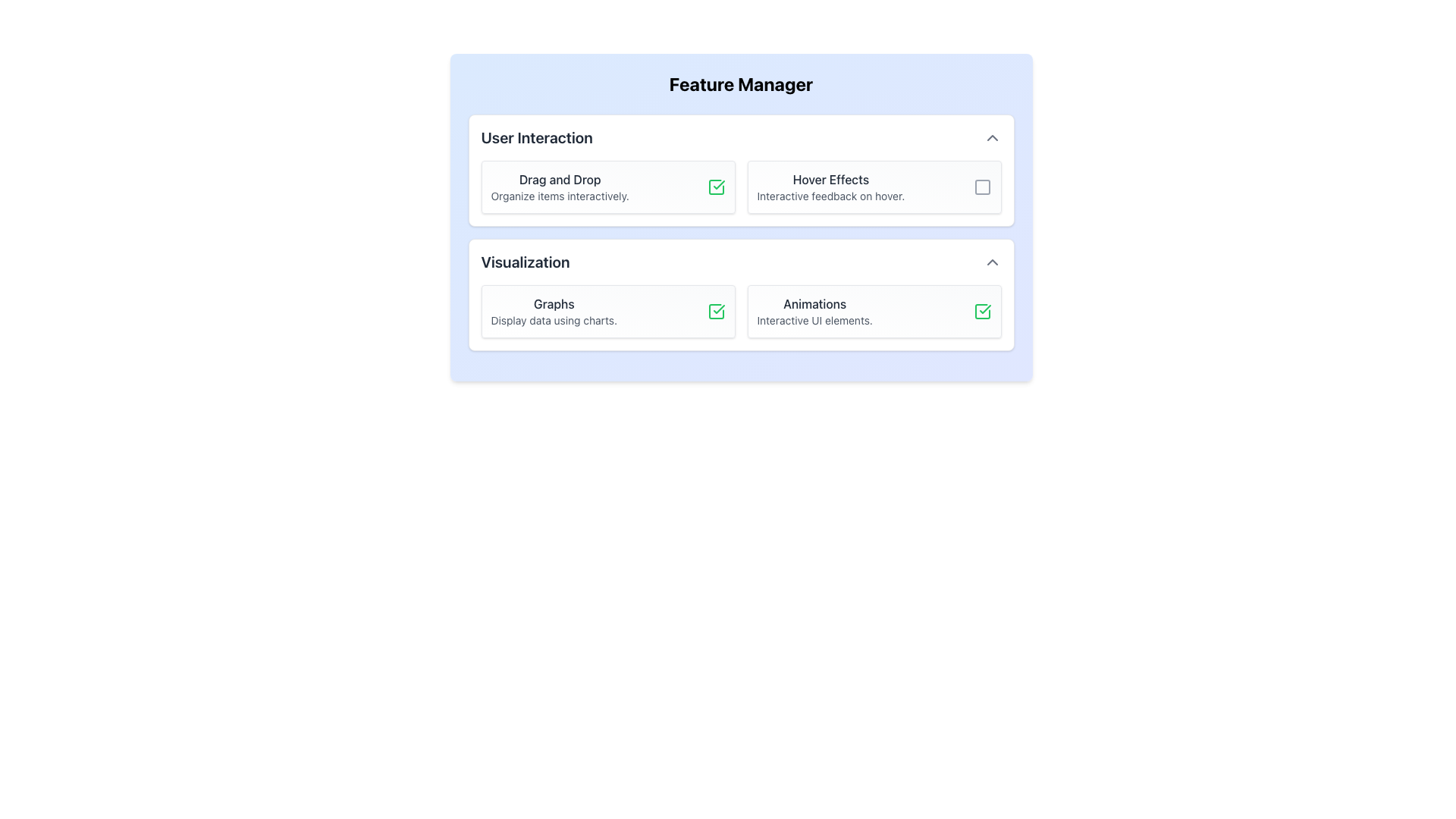  What do you see at coordinates (526, 262) in the screenshot?
I see `the text label 'Visualization', which serves as the title for the corresponding section of the application` at bounding box center [526, 262].